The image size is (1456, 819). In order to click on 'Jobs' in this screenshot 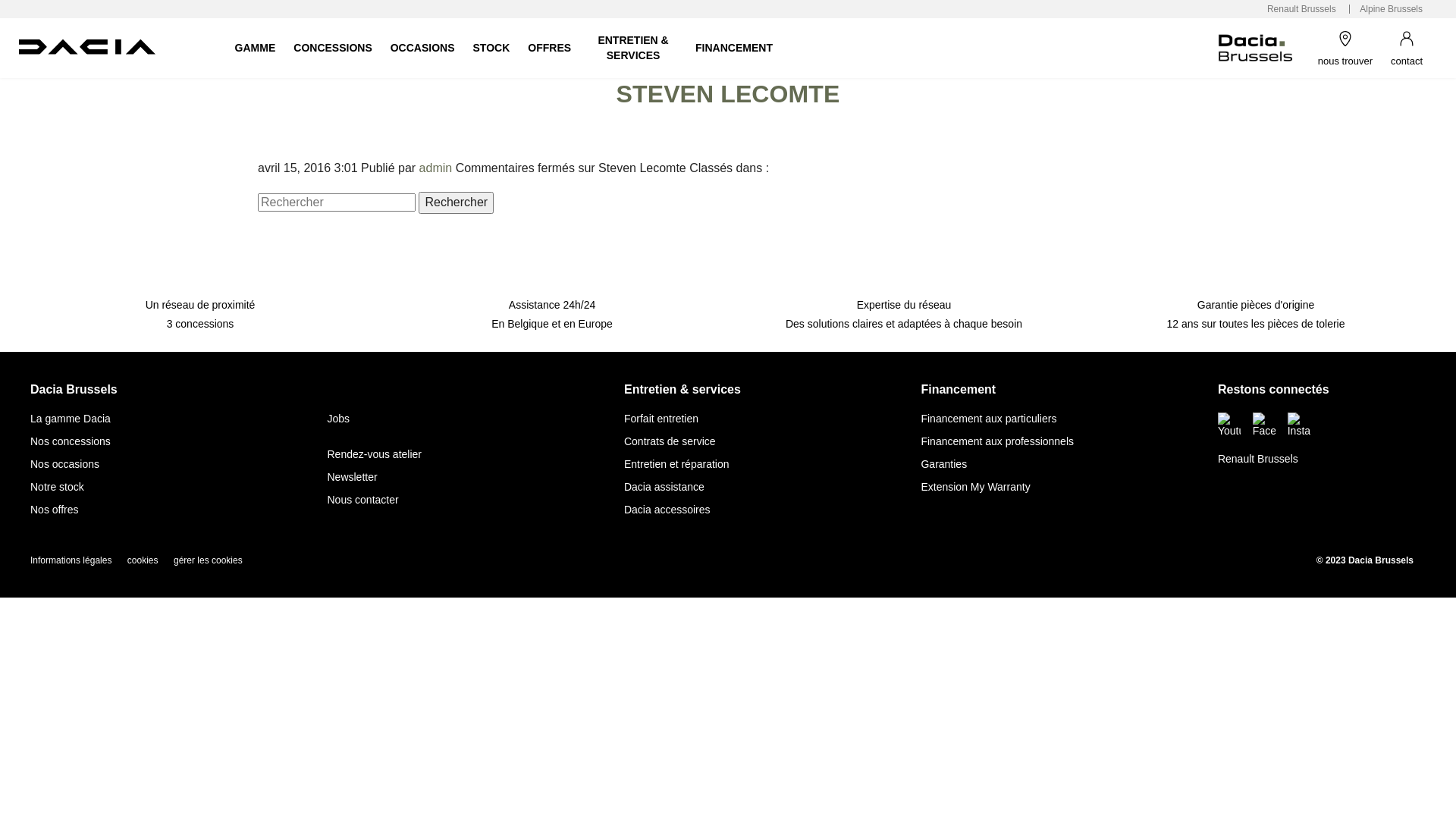, I will do `click(337, 418)`.